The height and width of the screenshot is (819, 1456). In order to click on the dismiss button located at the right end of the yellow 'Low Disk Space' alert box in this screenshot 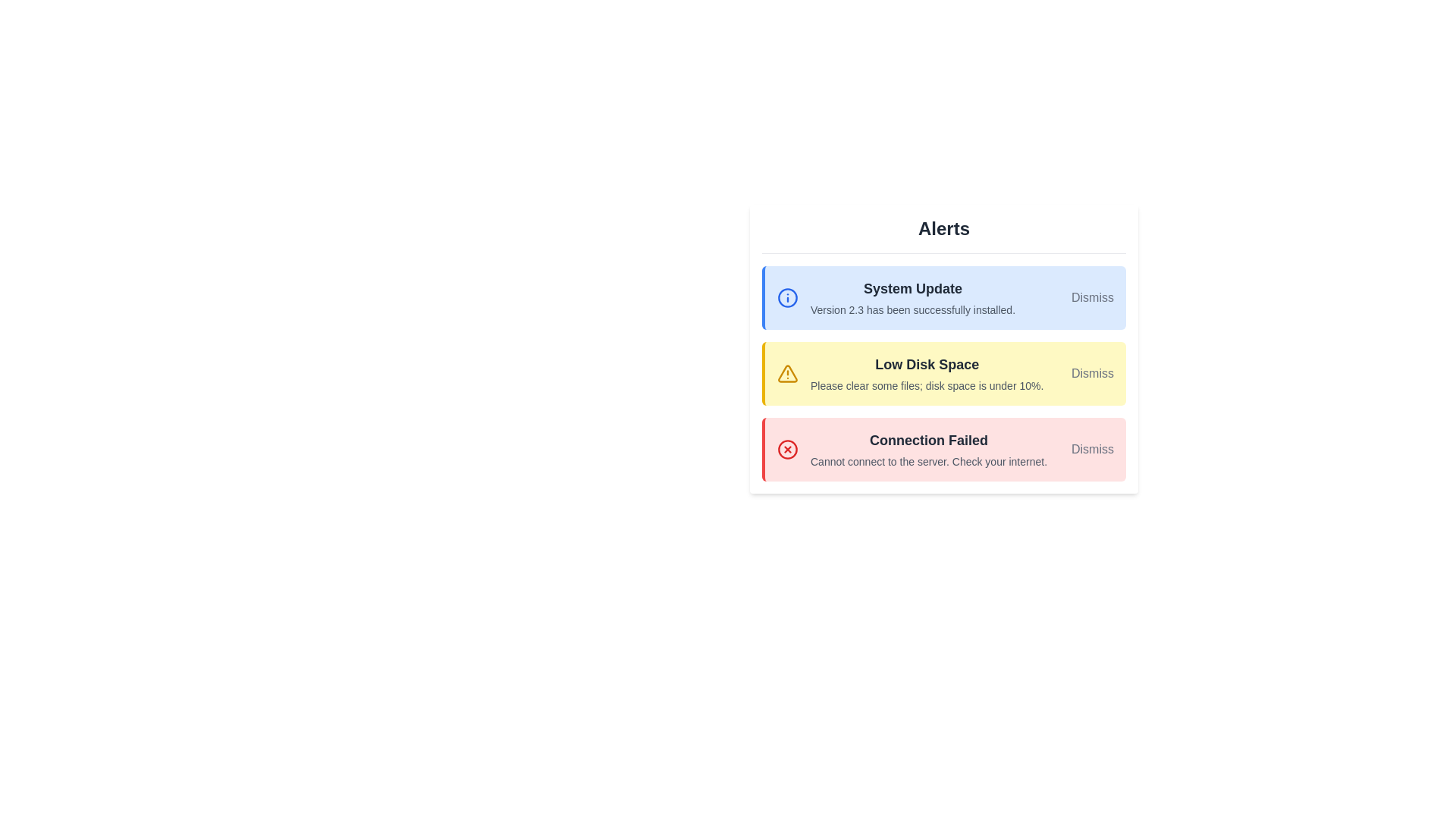, I will do `click(1092, 374)`.